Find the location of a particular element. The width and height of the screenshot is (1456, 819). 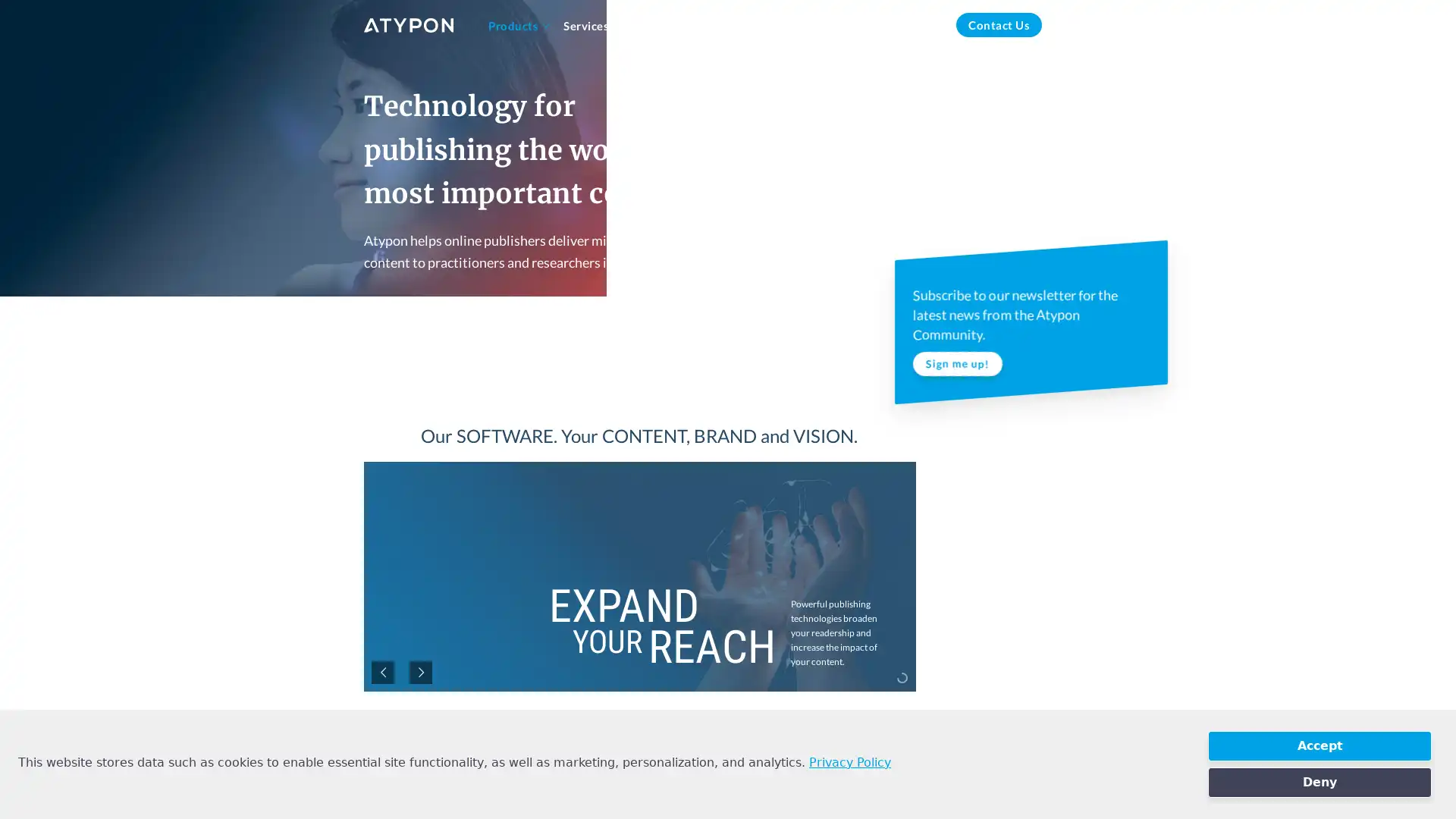

Accept is located at coordinates (1319, 745).